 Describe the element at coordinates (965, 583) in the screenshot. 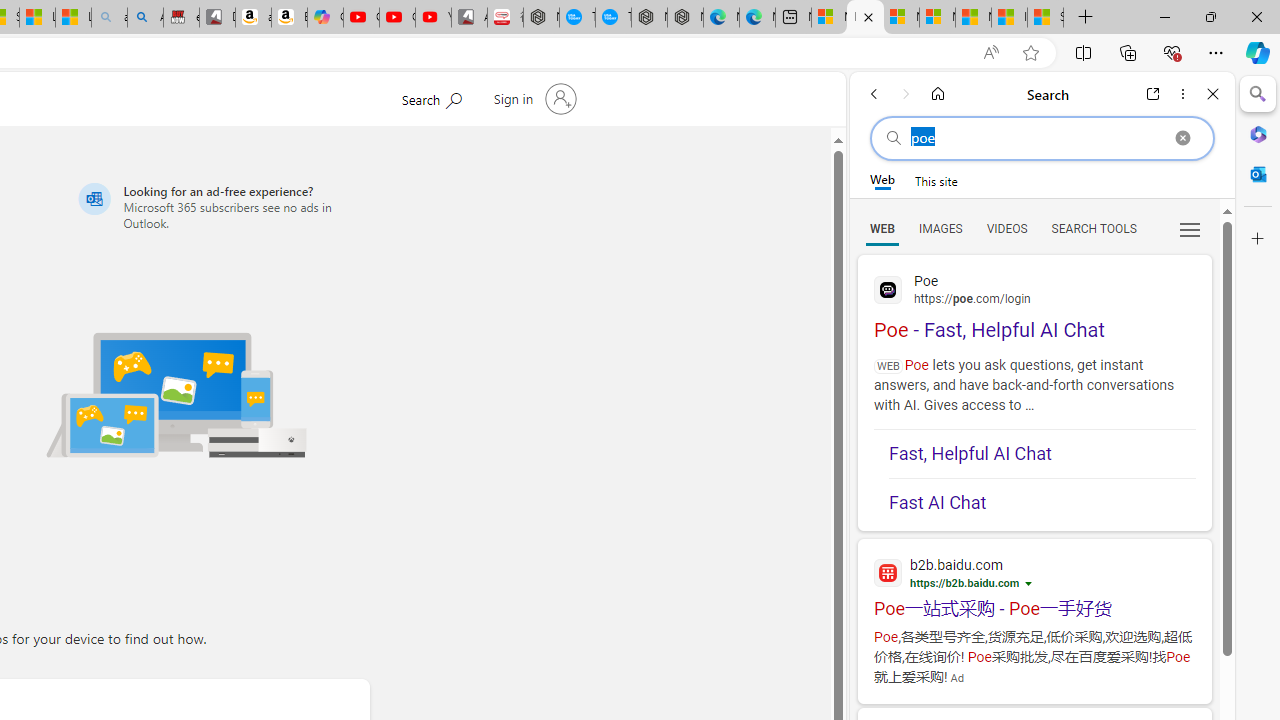

I see `'https://b2b.baidu.com'` at that location.